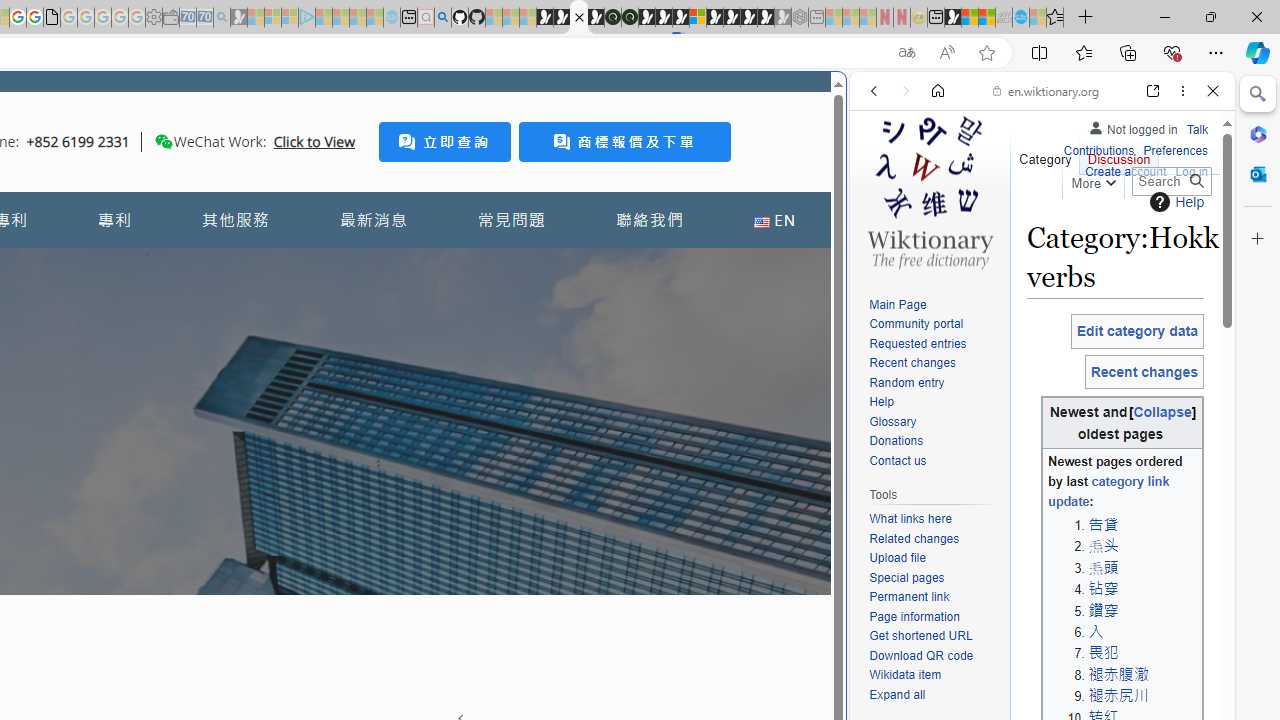 The width and height of the screenshot is (1280, 720). What do you see at coordinates (909, 518) in the screenshot?
I see `'What links here'` at bounding box center [909, 518].